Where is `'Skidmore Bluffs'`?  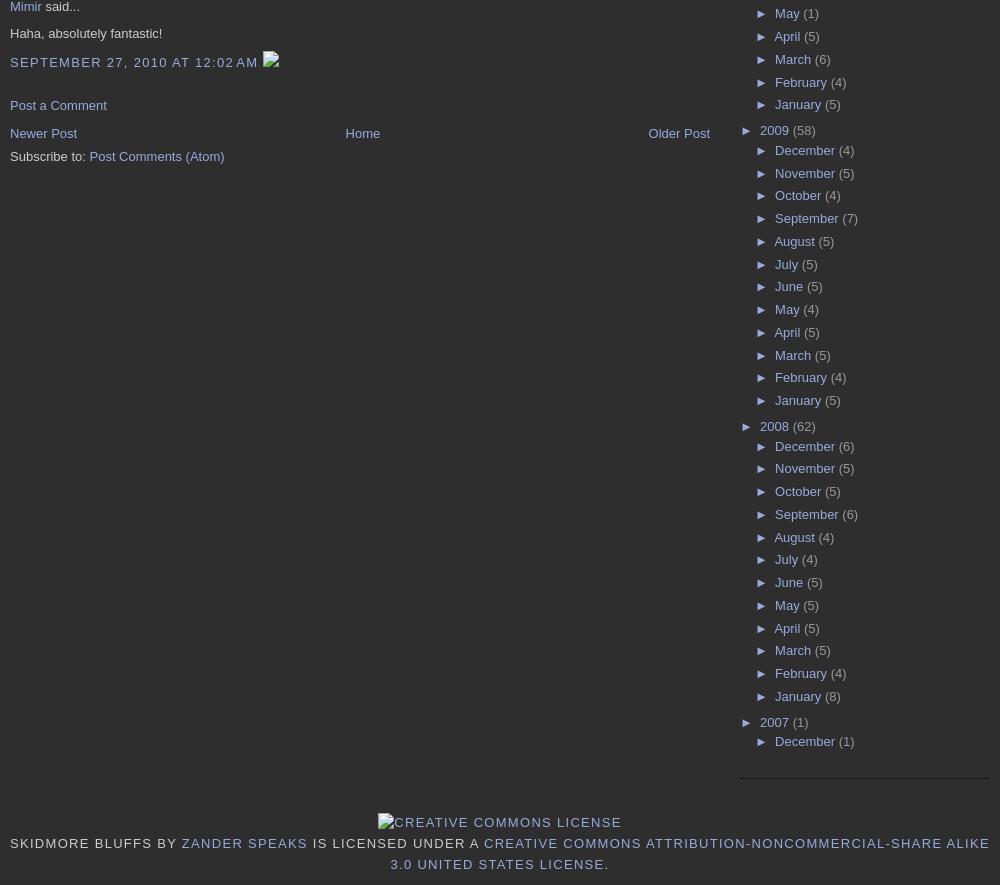
'Skidmore Bluffs' is located at coordinates (10, 843).